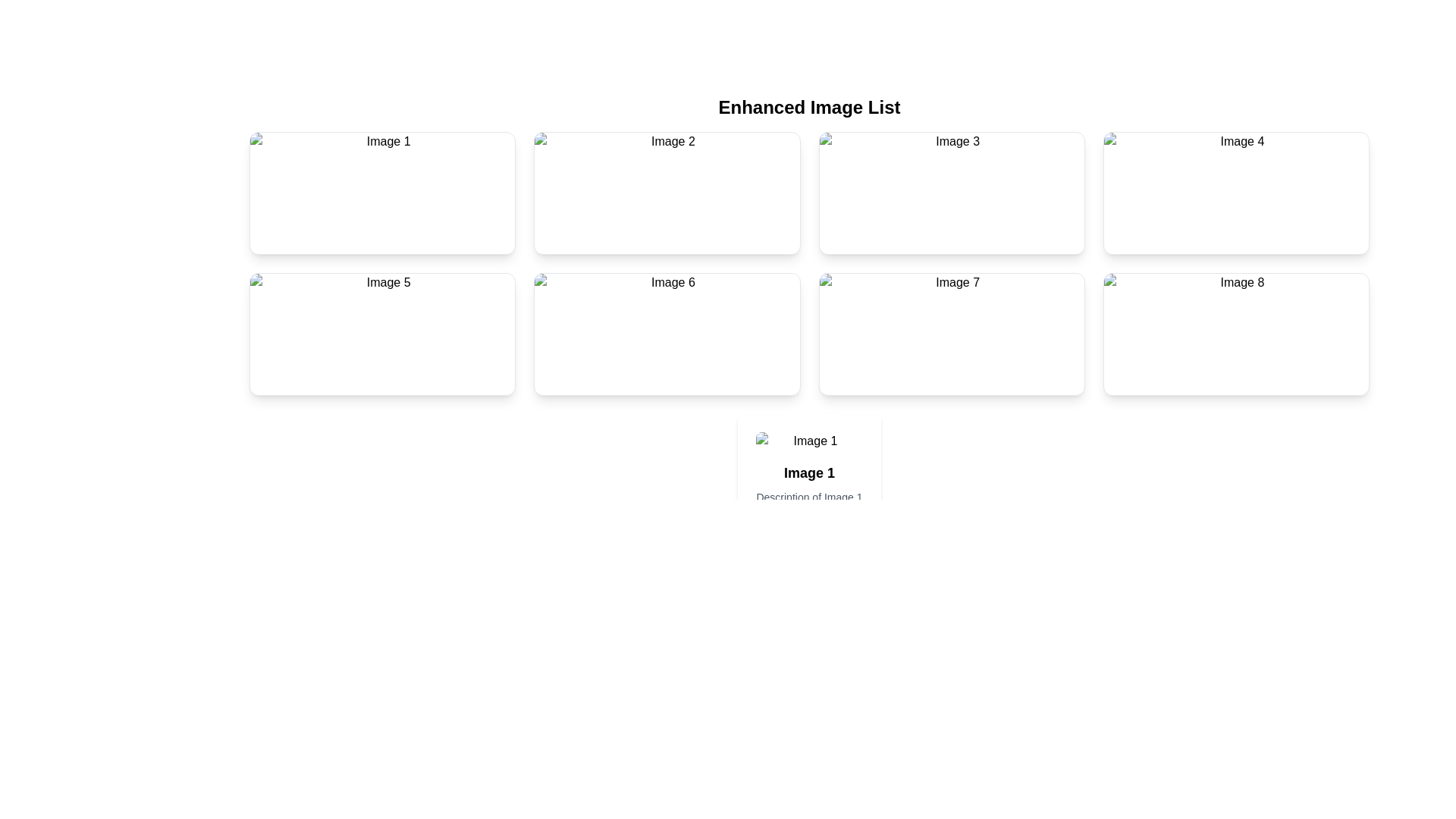 The height and width of the screenshot is (819, 1456). I want to click on the card component located in the first row and third column of the grid layout, so click(951, 192).